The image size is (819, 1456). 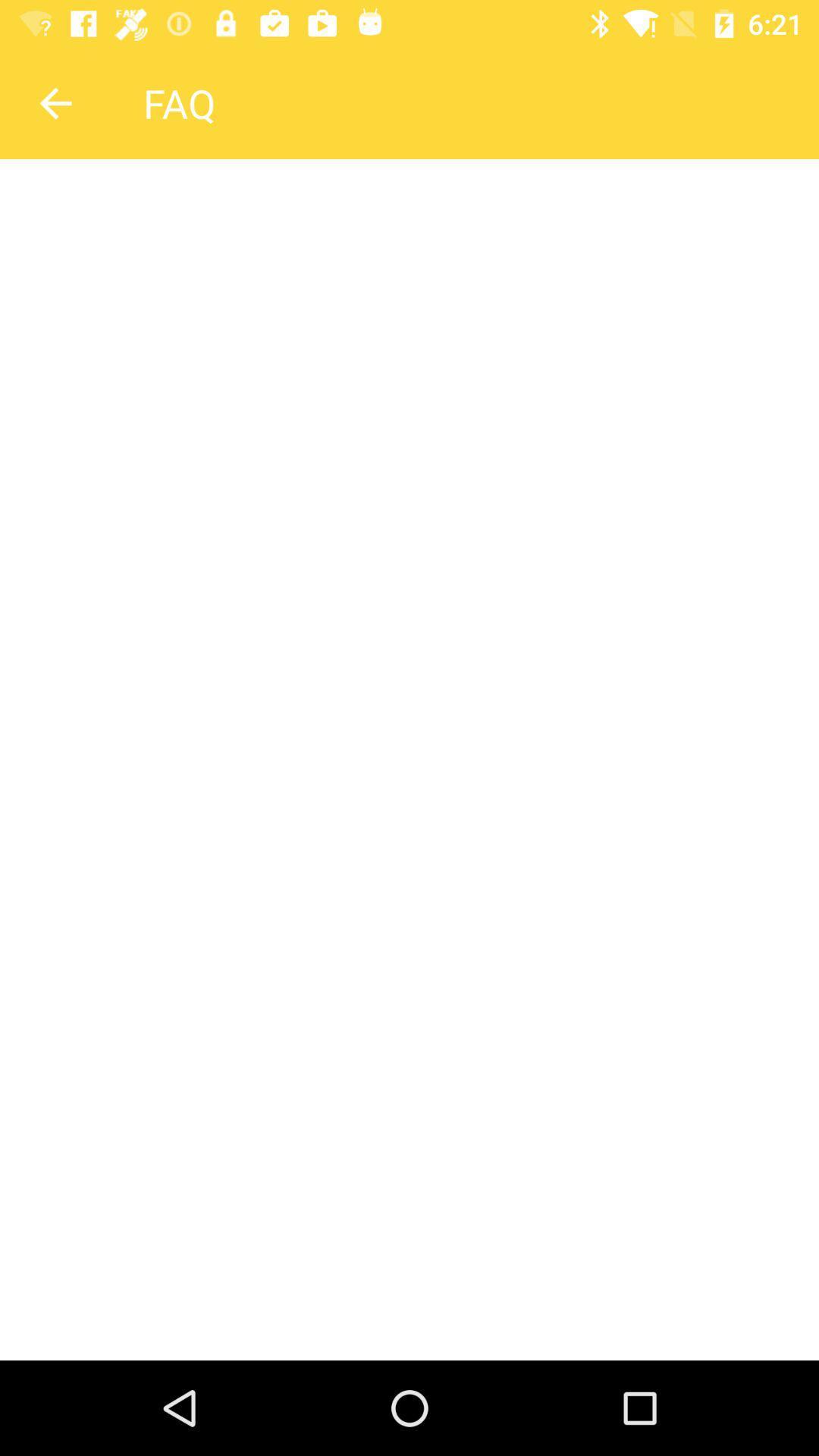 What do you see at coordinates (55, 102) in the screenshot?
I see `the item next to faq icon` at bounding box center [55, 102].